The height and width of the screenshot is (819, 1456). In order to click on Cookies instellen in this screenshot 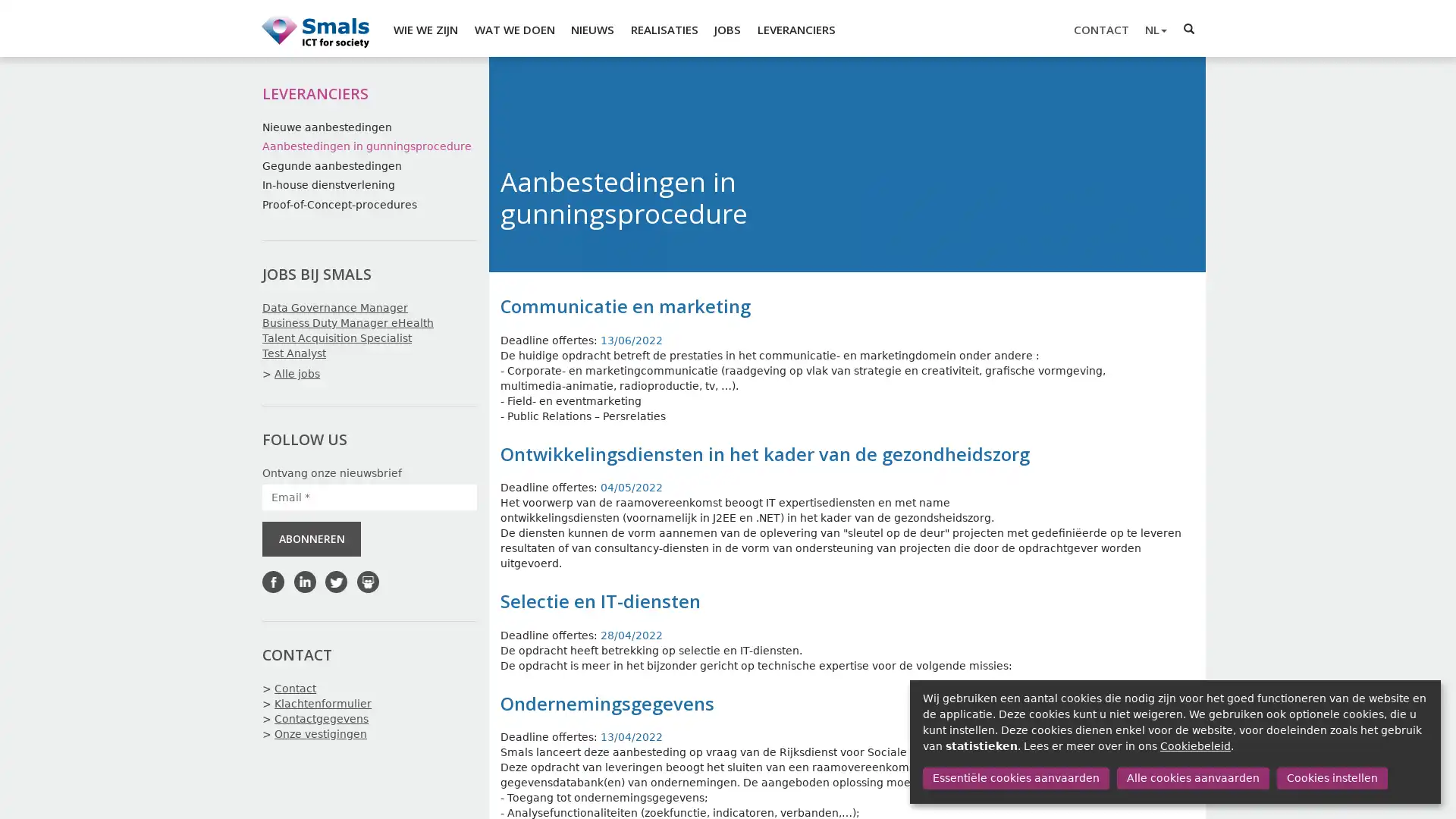, I will do `click(1331, 778)`.